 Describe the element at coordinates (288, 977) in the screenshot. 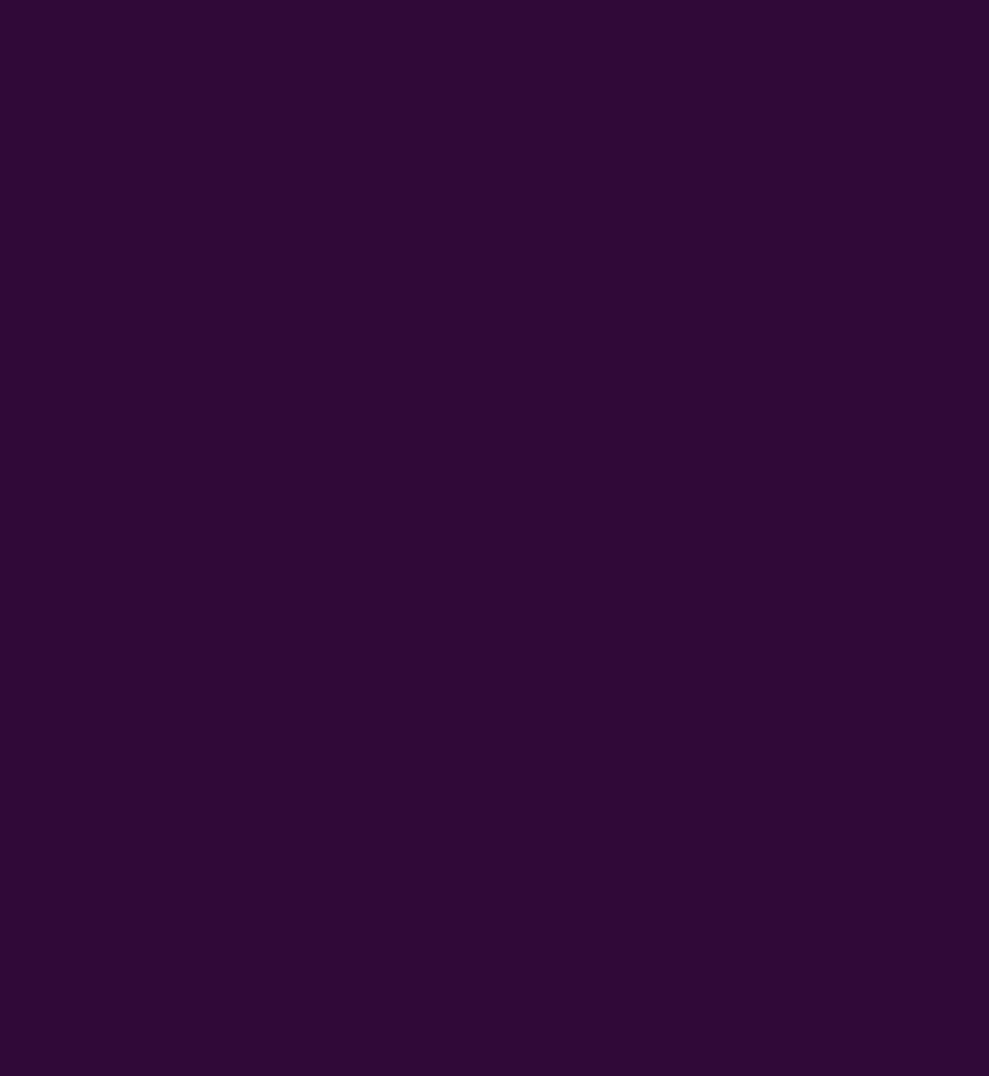

I see `'https://www.mojjackpot.pl'` at that location.